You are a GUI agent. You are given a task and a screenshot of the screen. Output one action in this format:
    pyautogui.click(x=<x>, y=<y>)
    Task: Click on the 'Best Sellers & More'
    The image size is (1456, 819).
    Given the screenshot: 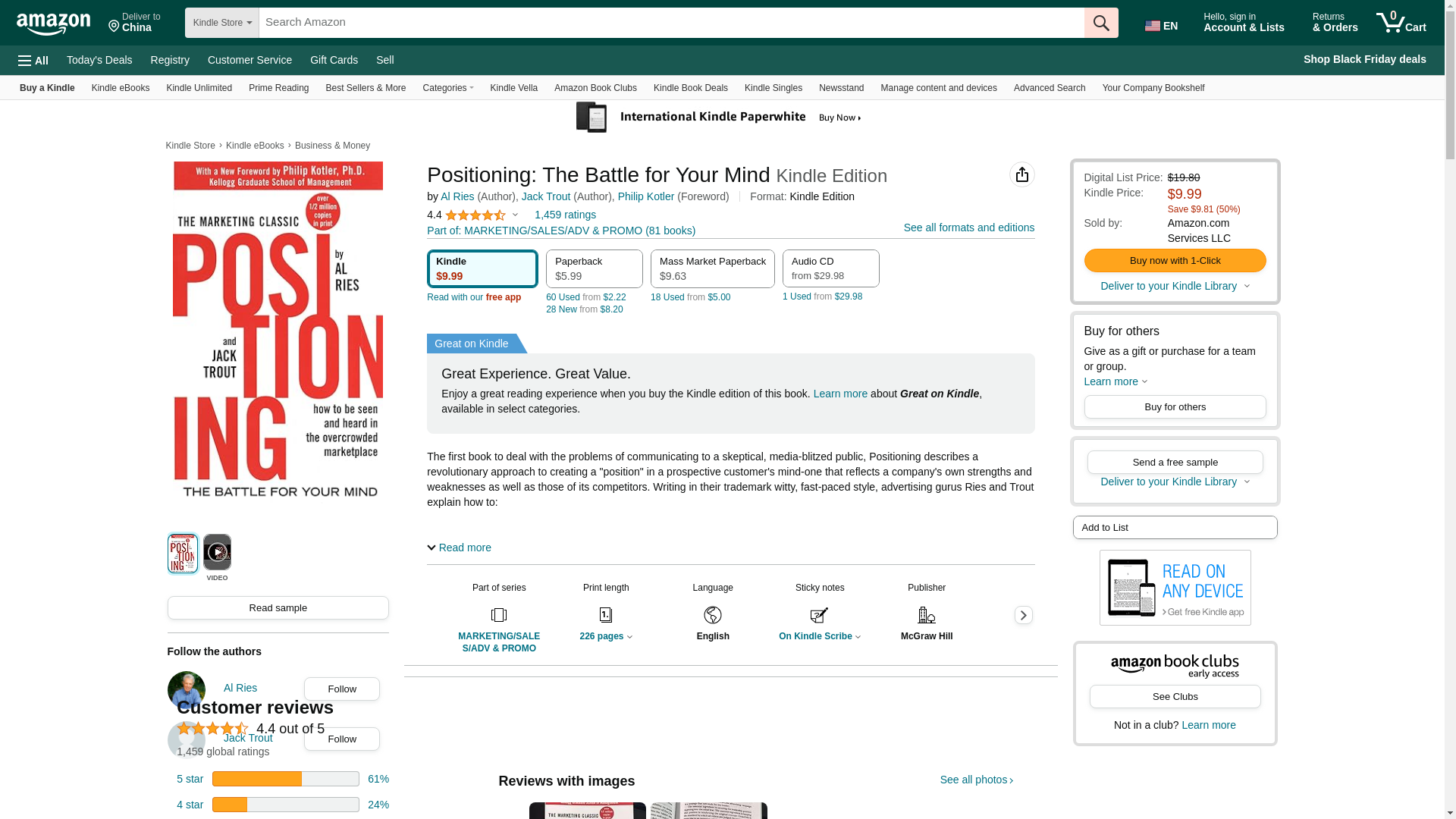 What is the action you would take?
    pyautogui.click(x=315, y=87)
    